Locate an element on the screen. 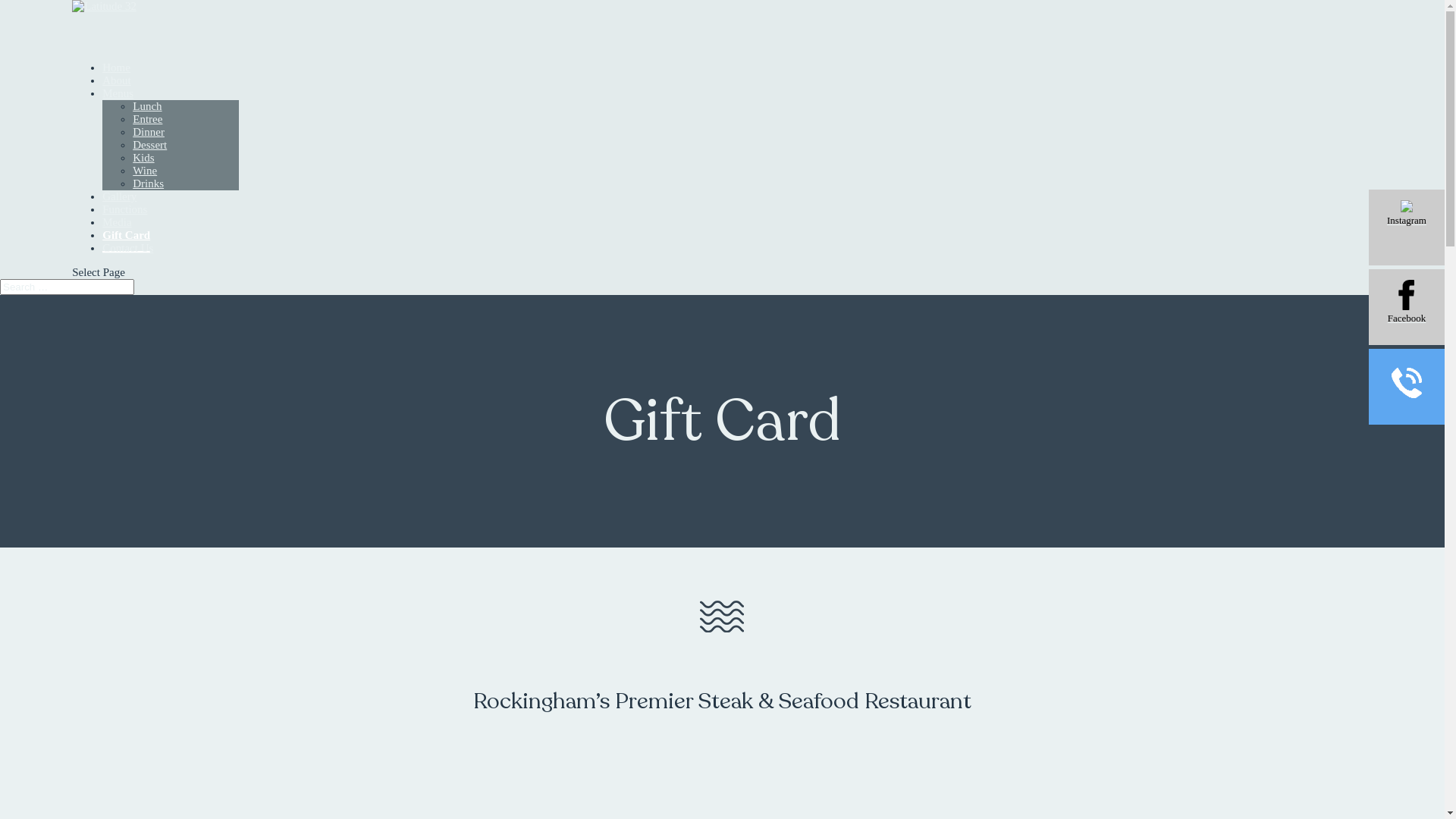  'Contact Us' is located at coordinates (101, 265).